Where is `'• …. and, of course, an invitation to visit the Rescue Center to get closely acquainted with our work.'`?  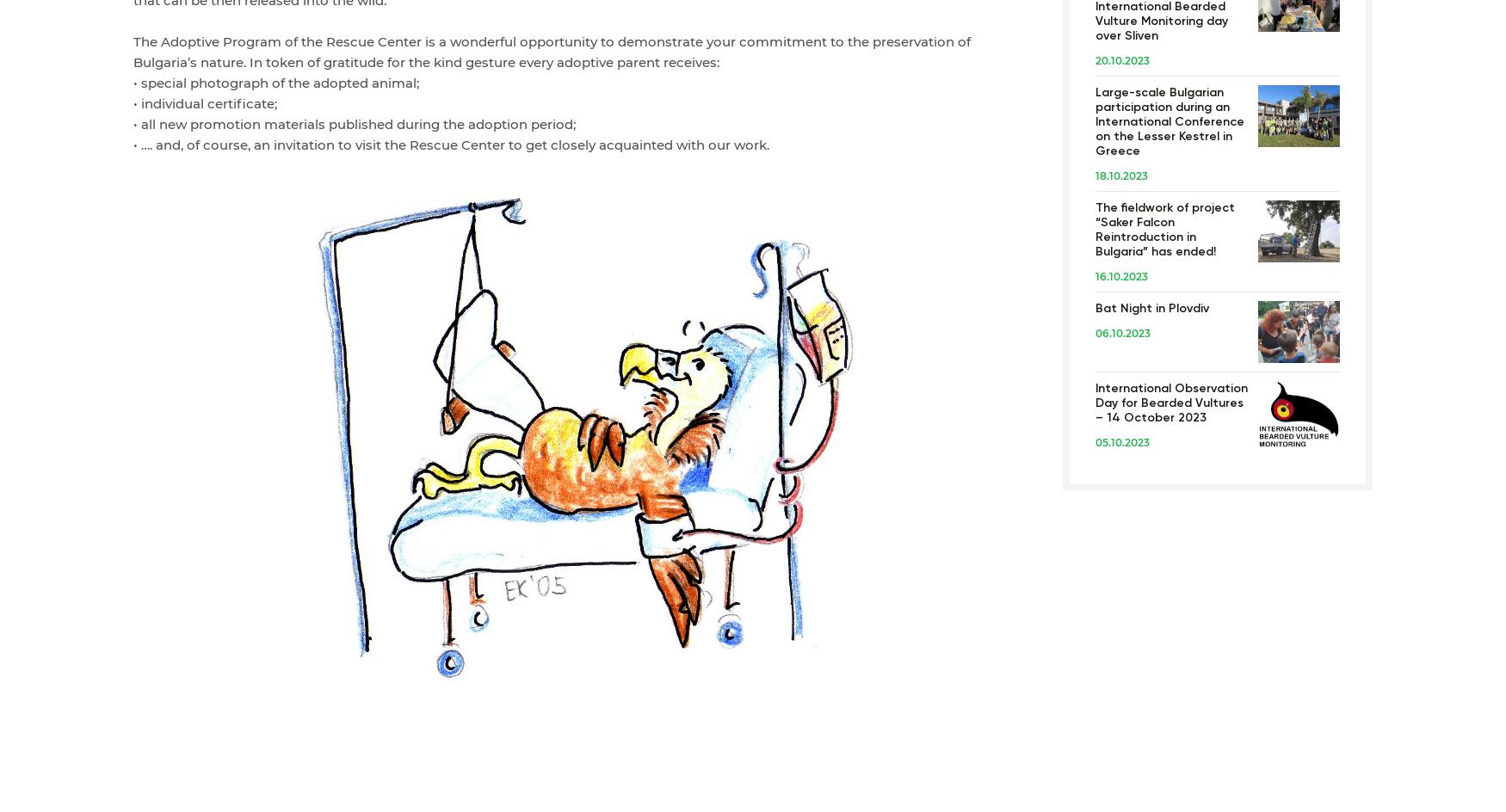 '• …. and, of course, an invitation to visit the Rescue Center to get closely acquainted with our work.' is located at coordinates (450, 145).